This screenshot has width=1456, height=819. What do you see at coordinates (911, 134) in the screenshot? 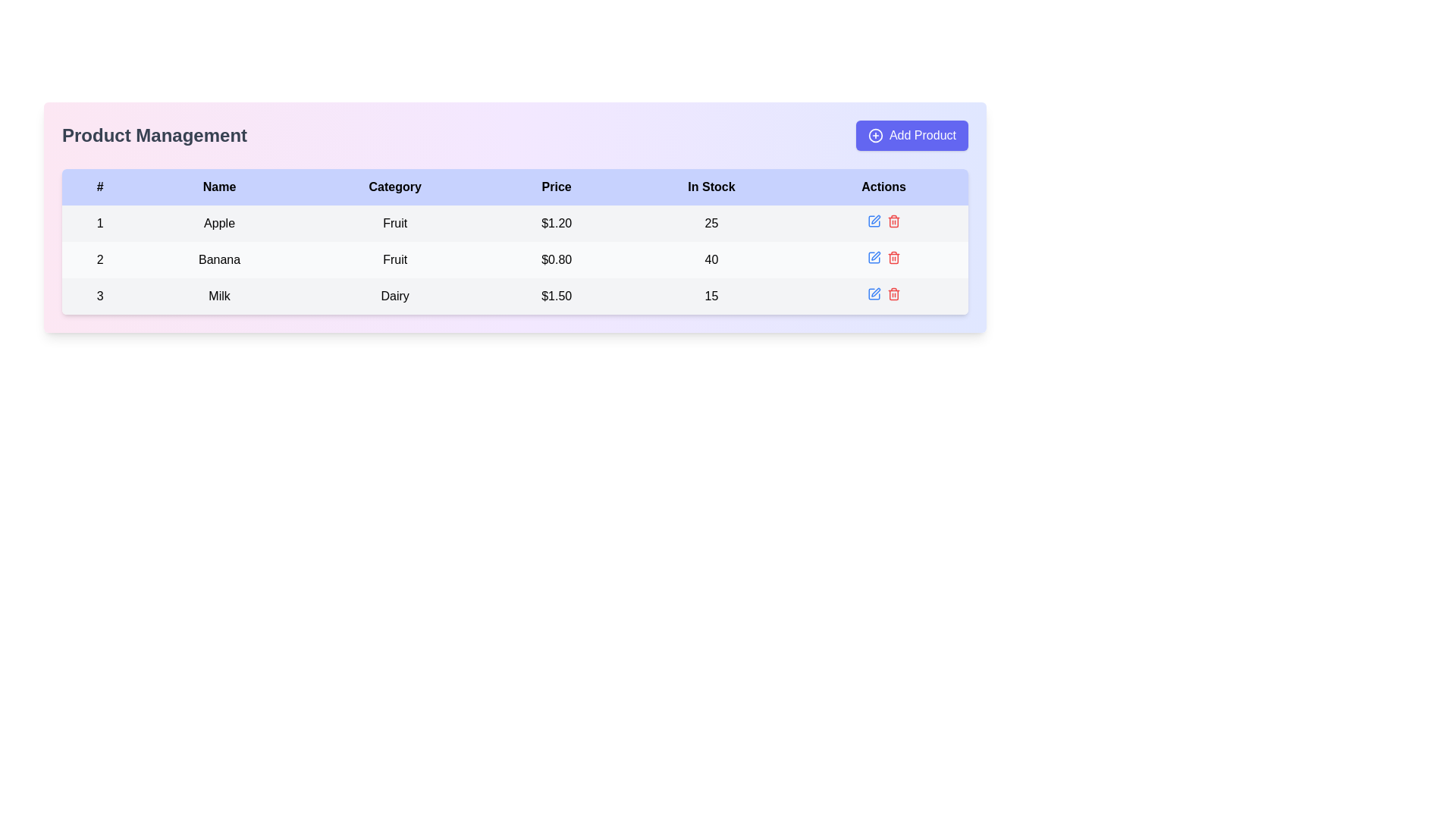
I see `the button located in the top-right corner of the interface to initiate adding a new product` at bounding box center [911, 134].